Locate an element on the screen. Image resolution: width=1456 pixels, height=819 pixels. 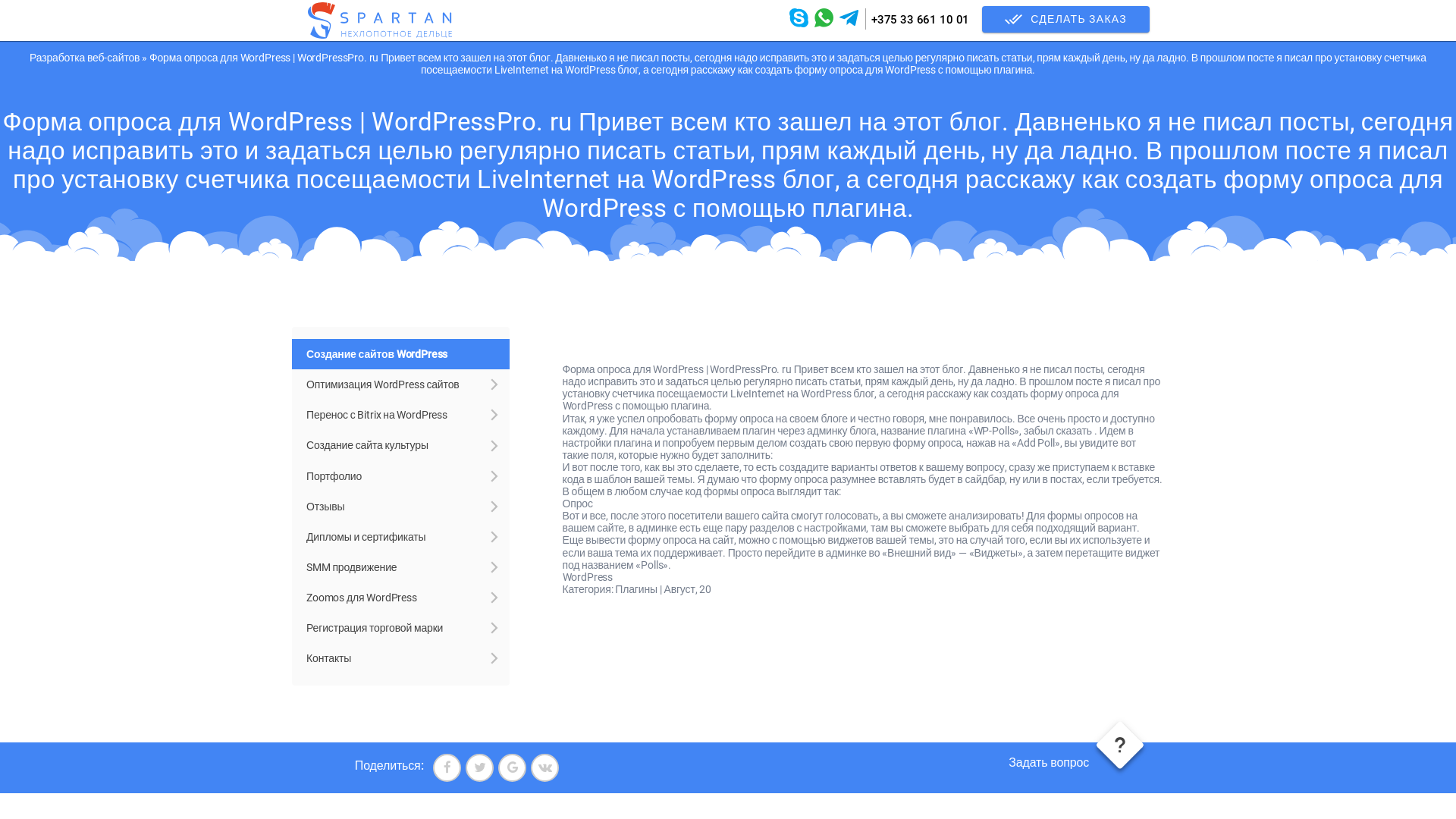
'+375 33 661 10 01' is located at coordinates (919, 20).